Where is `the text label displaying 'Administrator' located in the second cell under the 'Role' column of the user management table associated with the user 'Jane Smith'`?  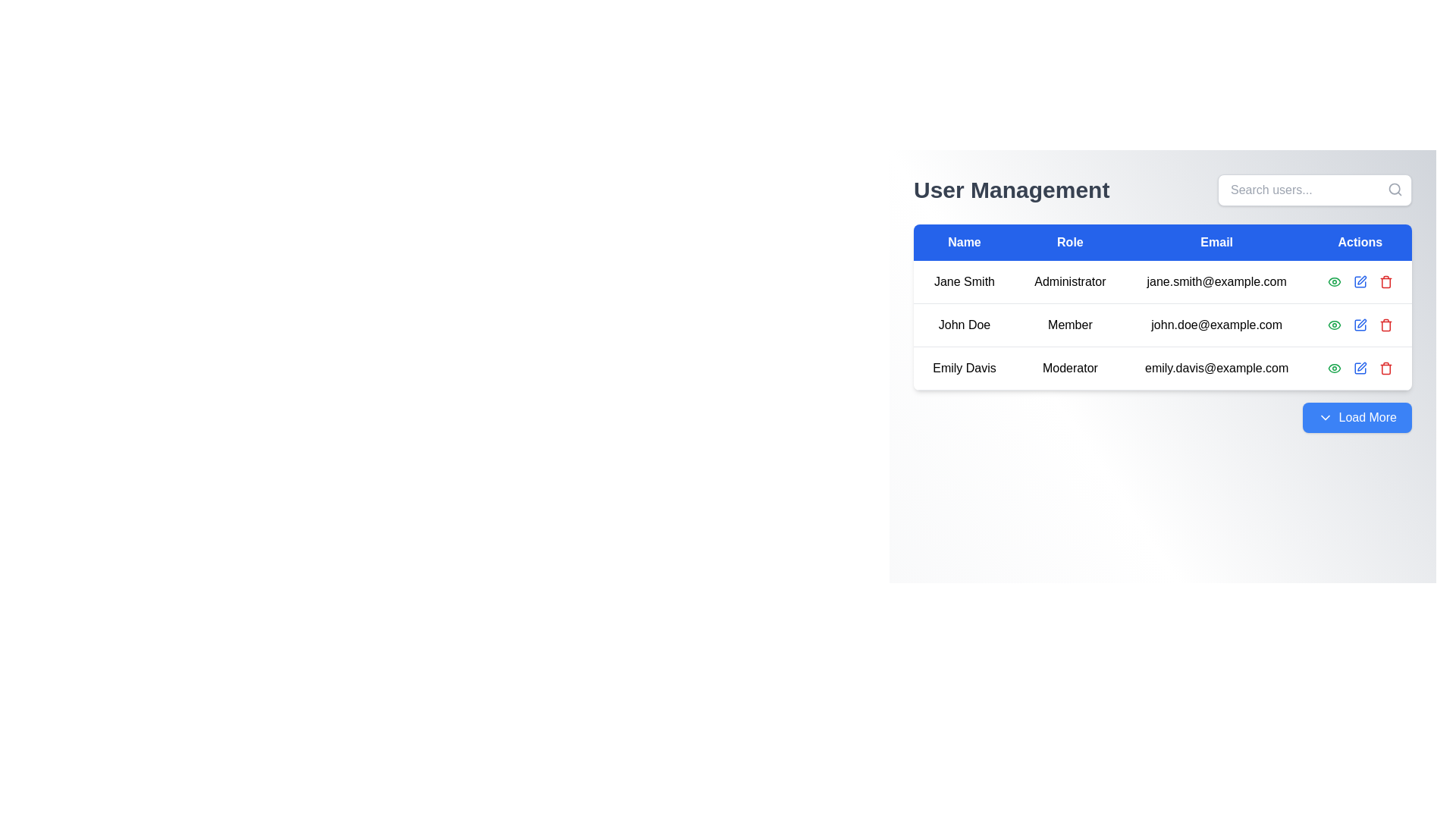 the text label displaying 'Administrator' located in the second cell under the 'Role' column of the user management table associated with the user 'Jane Smith' is located at coordinates (1069, 282).